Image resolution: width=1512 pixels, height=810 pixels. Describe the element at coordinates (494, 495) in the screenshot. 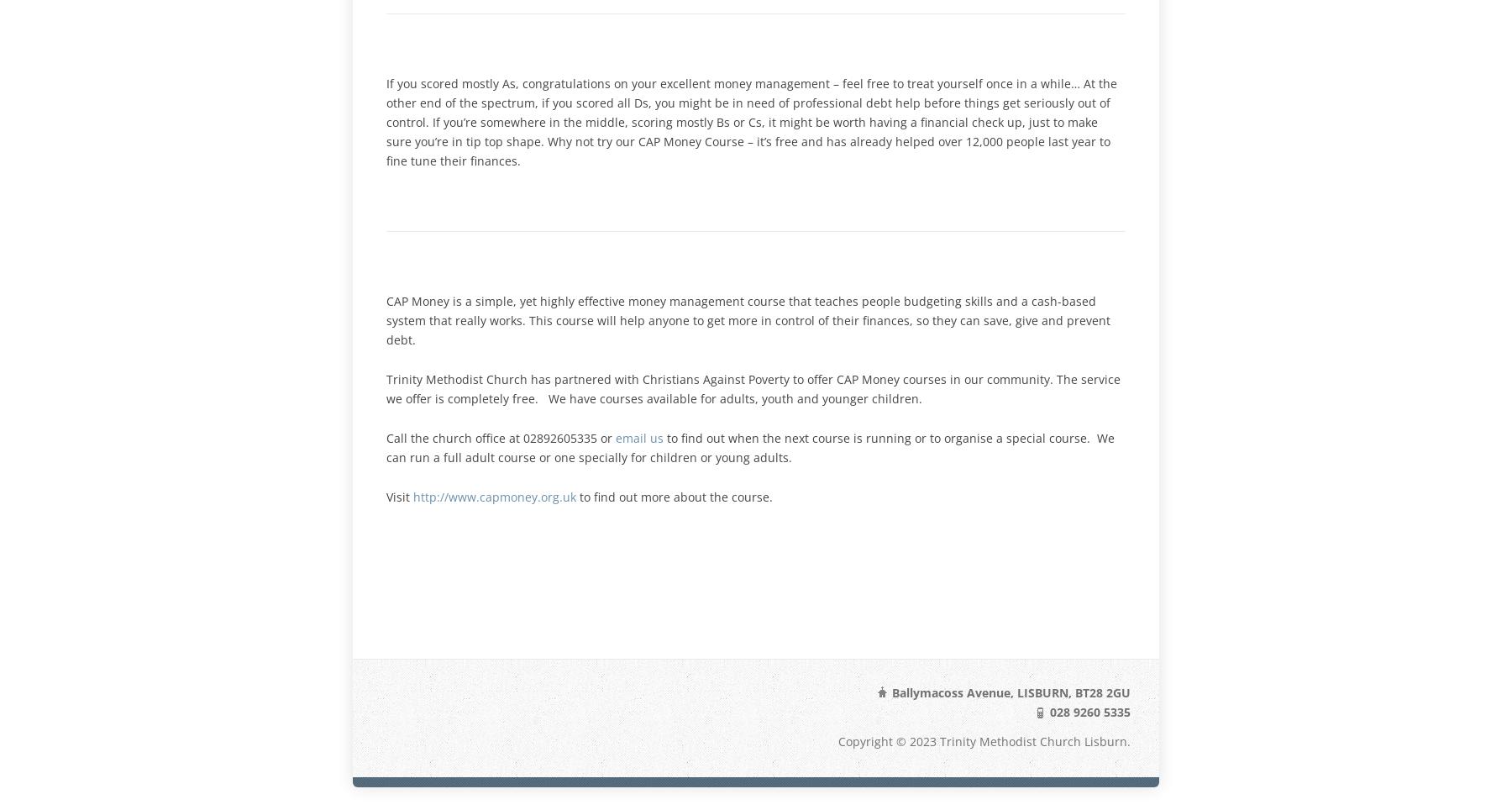

I see `'http://www.capmoney.org.uk'` at that location.